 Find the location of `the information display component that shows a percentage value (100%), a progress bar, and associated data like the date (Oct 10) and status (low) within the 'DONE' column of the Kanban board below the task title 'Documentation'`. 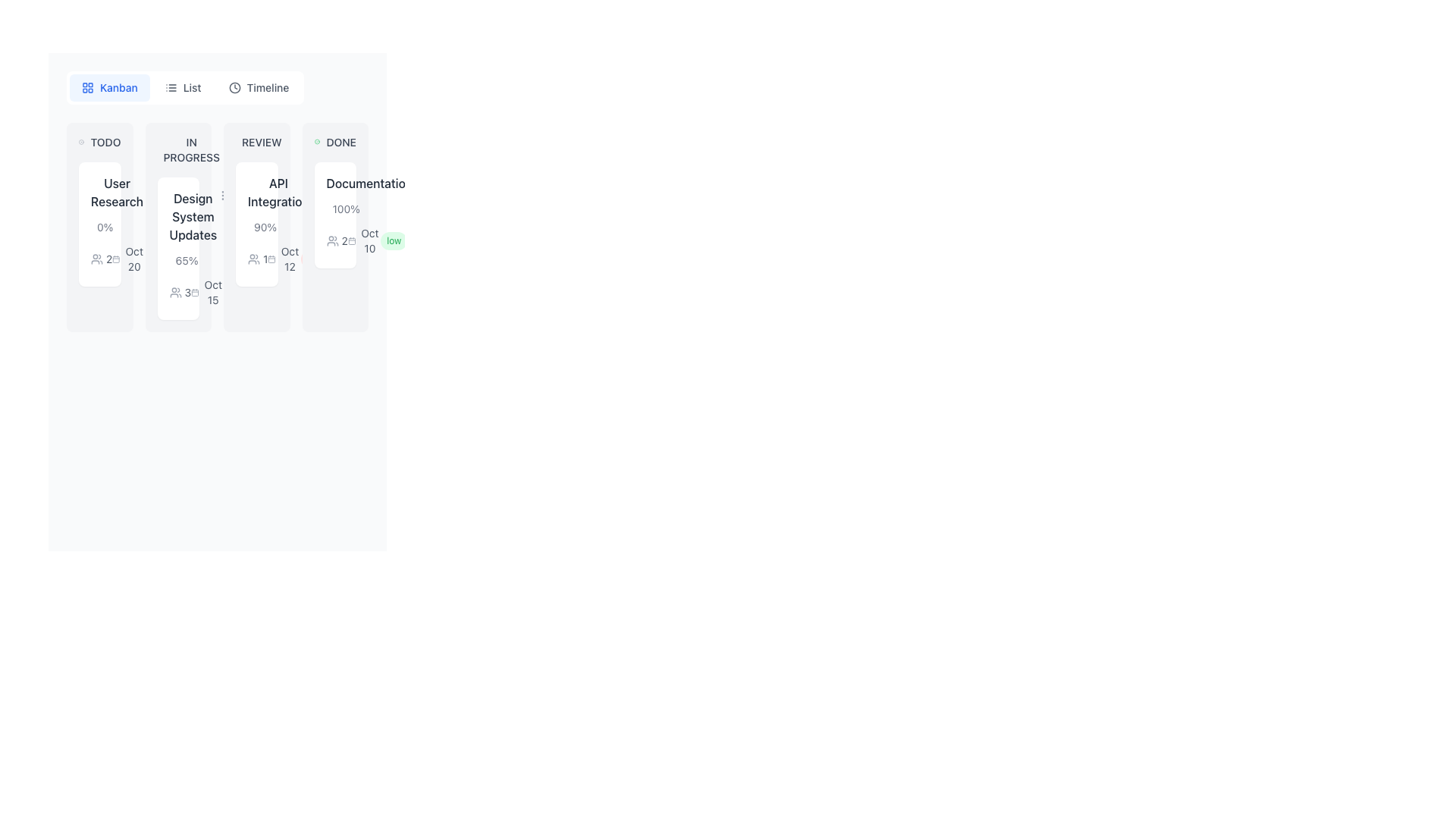

the information display component that shows a percentage value (100%), a progress bar, and associated data like the date (Oct 10) and status (low) within the 'DONE' column of the Kanban board below the task title 'Documentation' is located at coordinates (334, 228).